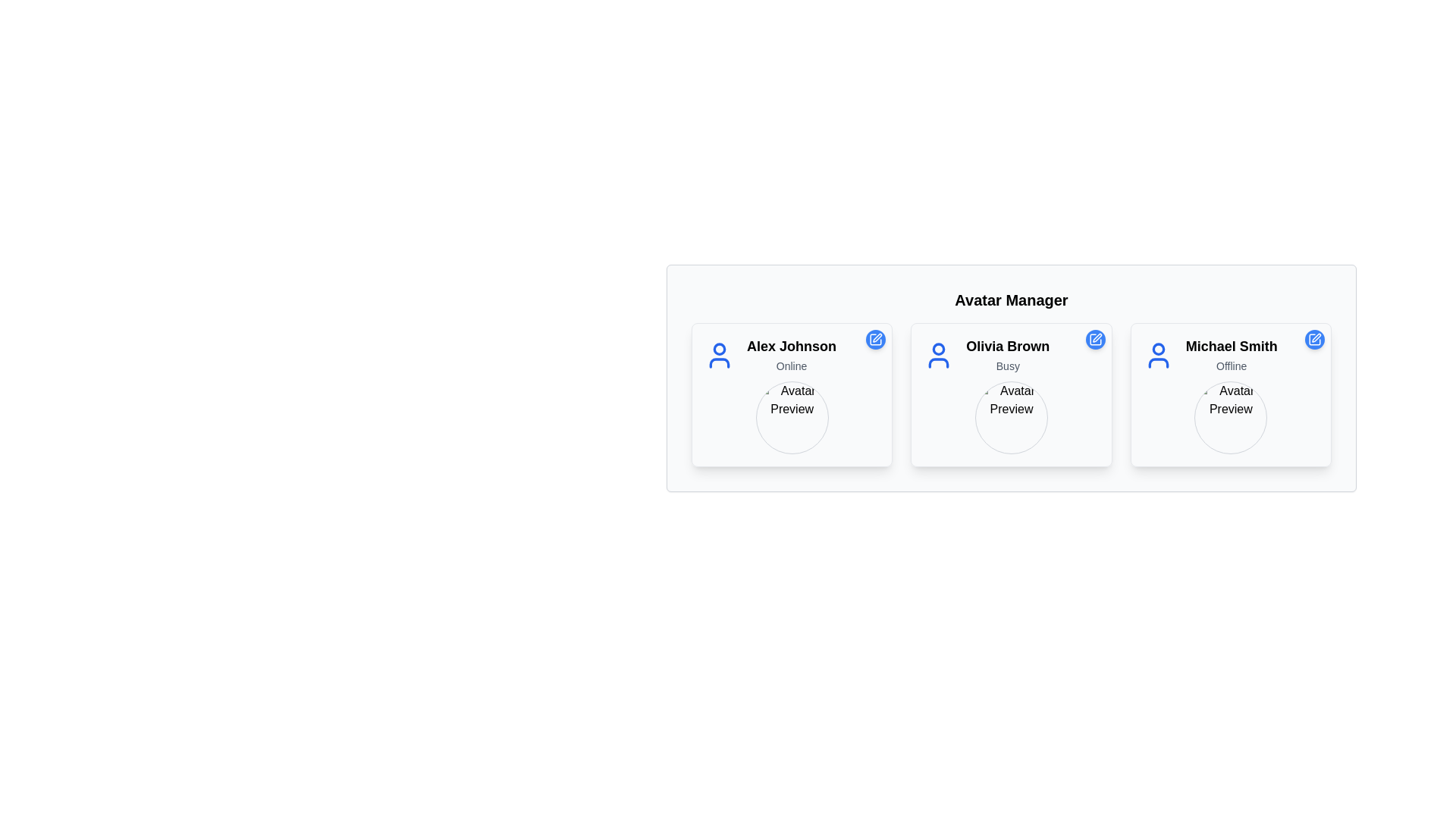  Describe the element at coordinates (1097, 337) in the screenshot. I see `the small blue pen icon located in the top-right corner of the card for 'Olivia Brown' in the Avatar Manager interface` at that location.